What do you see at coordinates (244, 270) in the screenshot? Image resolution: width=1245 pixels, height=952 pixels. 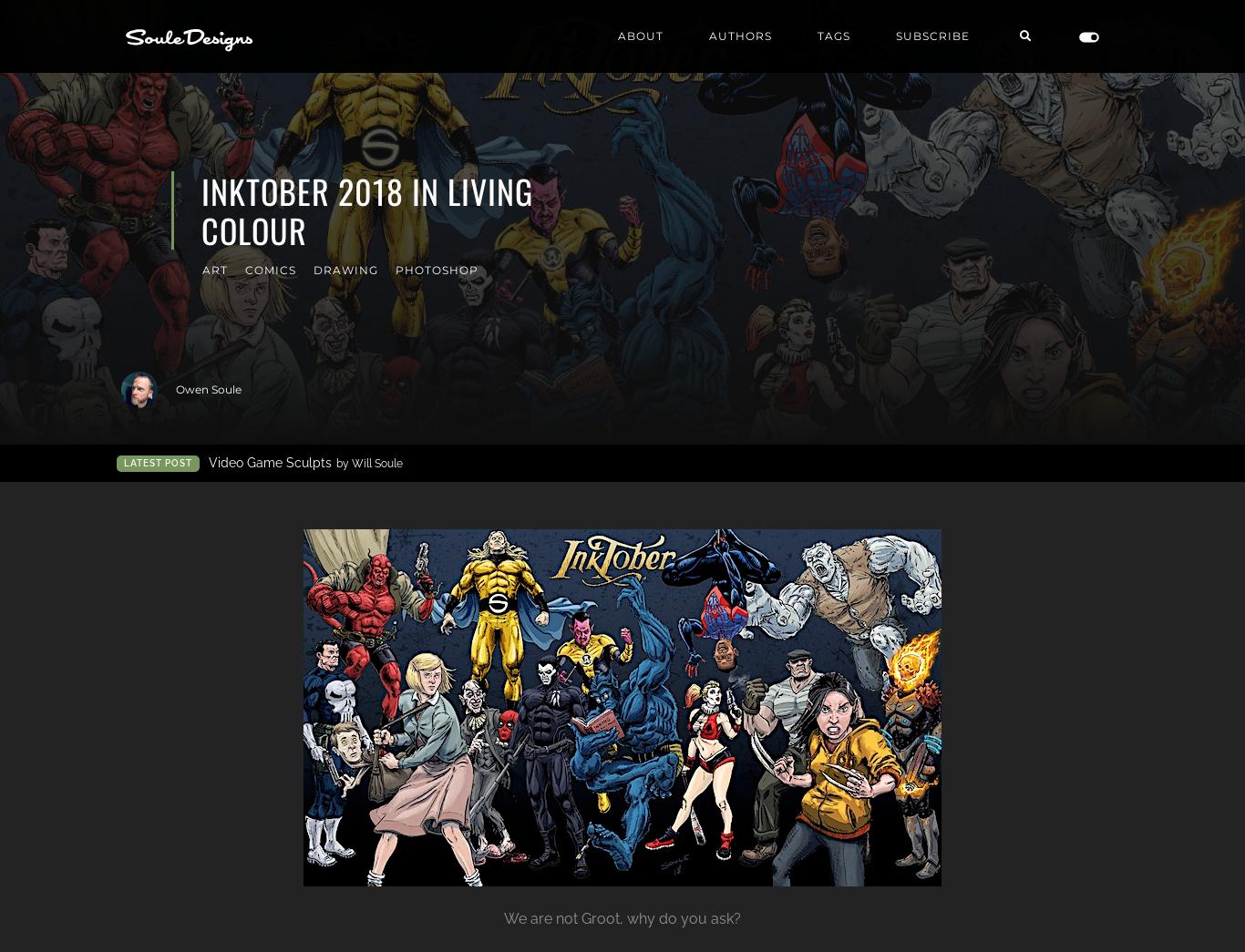 I see `'Comics'` at bounding box center [244, 270].